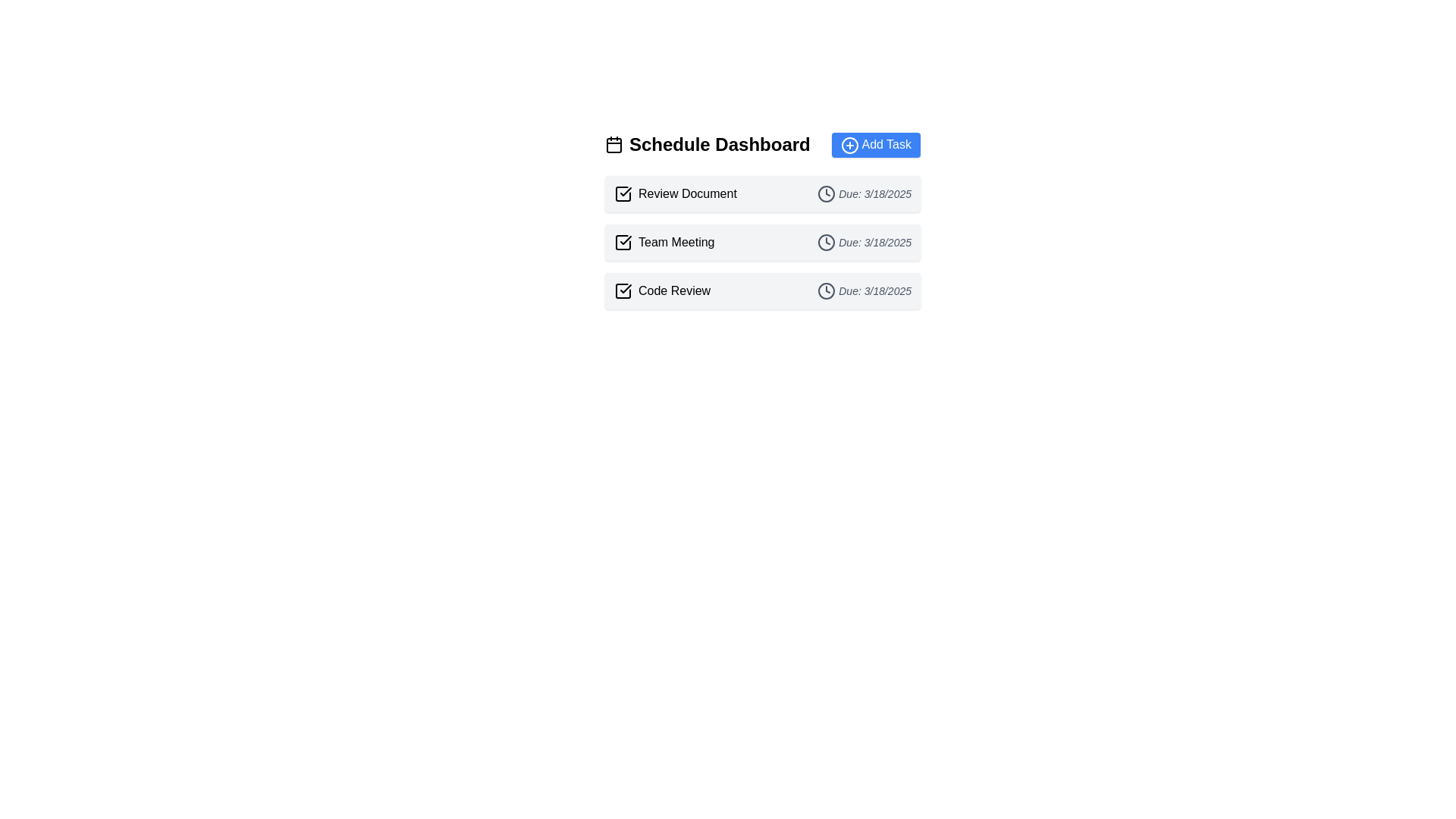 This screenshot has height=819, width=1456. I want to click on the checkbox for the 'Review Document' task in the 'Schedule Dashboard', so click(623, 192).